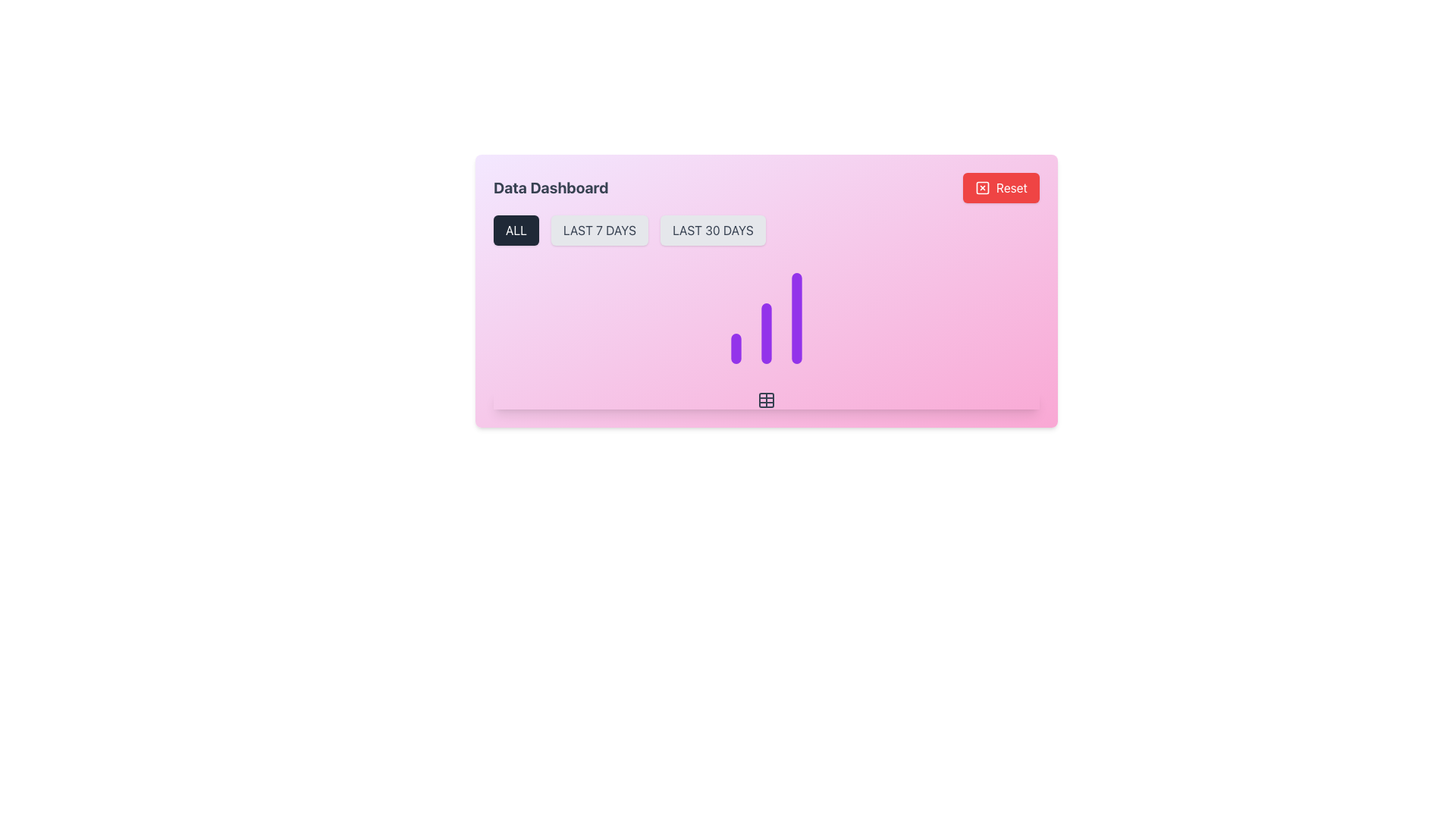 This screenshot has height=819, width=1456. Describe the element at coordinates (1012, 187) in the screenshot. I see `the label indicating the functionality of the reset button located in the upper right corner of the widget` at that location.